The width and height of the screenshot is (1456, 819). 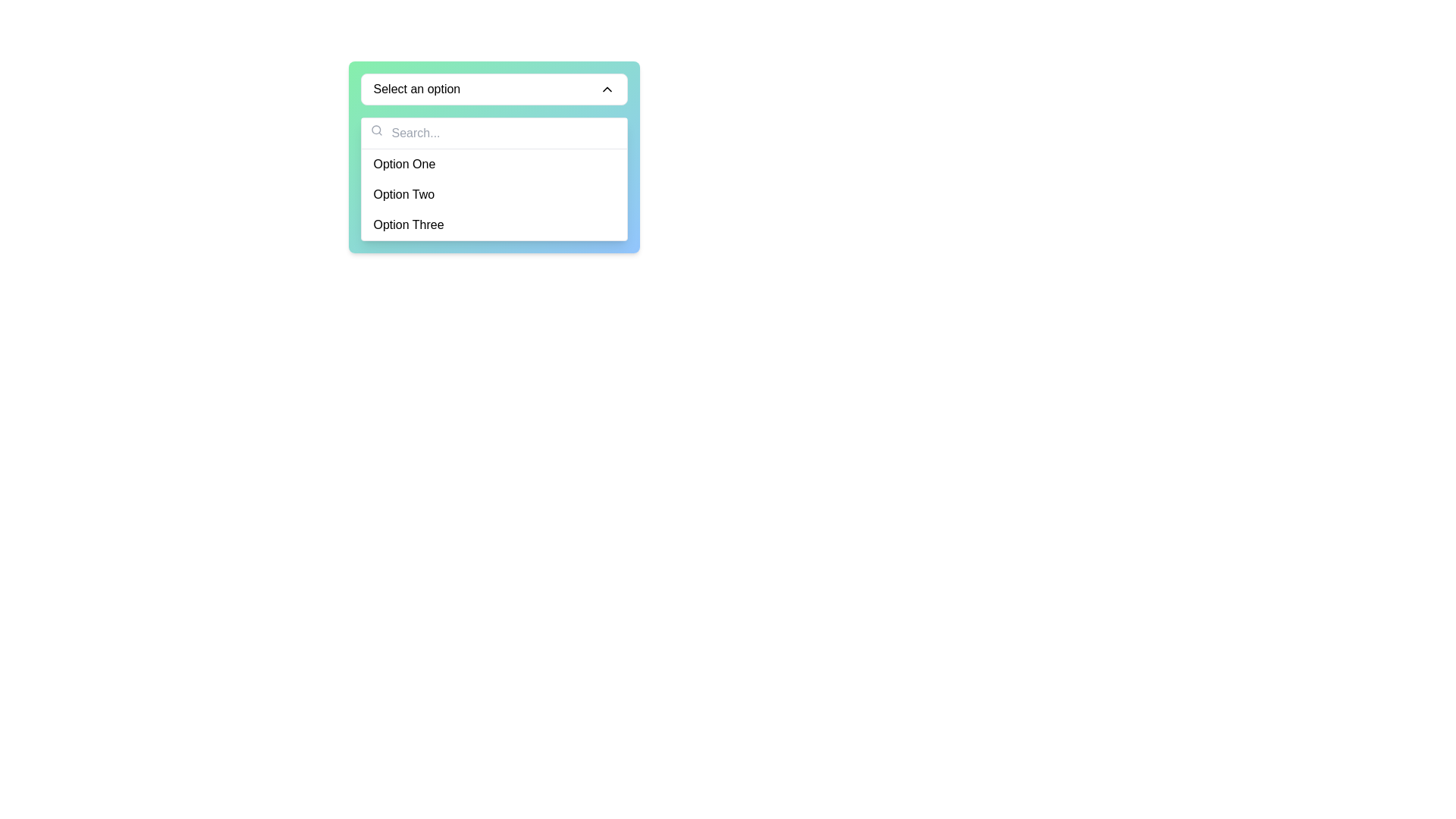 I want to click on the 'Option Two' text label within the dropdown menu, so click(x=403, y=194).